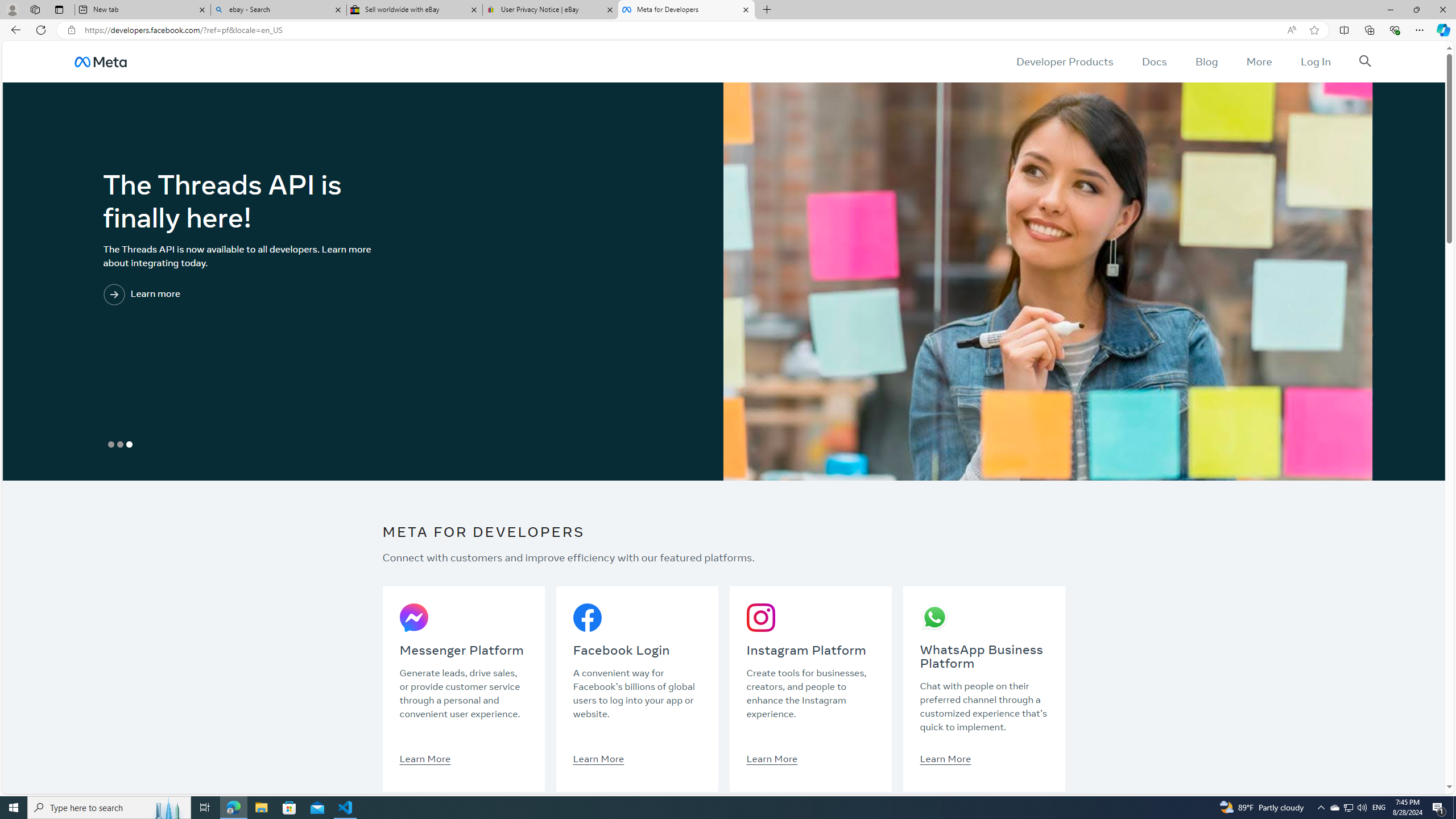 This screenshot has height=819, width=1456. What do you see at coordinates (549, 9) in the screenshot?
I see `'User Privacy Notice | eBay'` at bounding box center [549, 9].